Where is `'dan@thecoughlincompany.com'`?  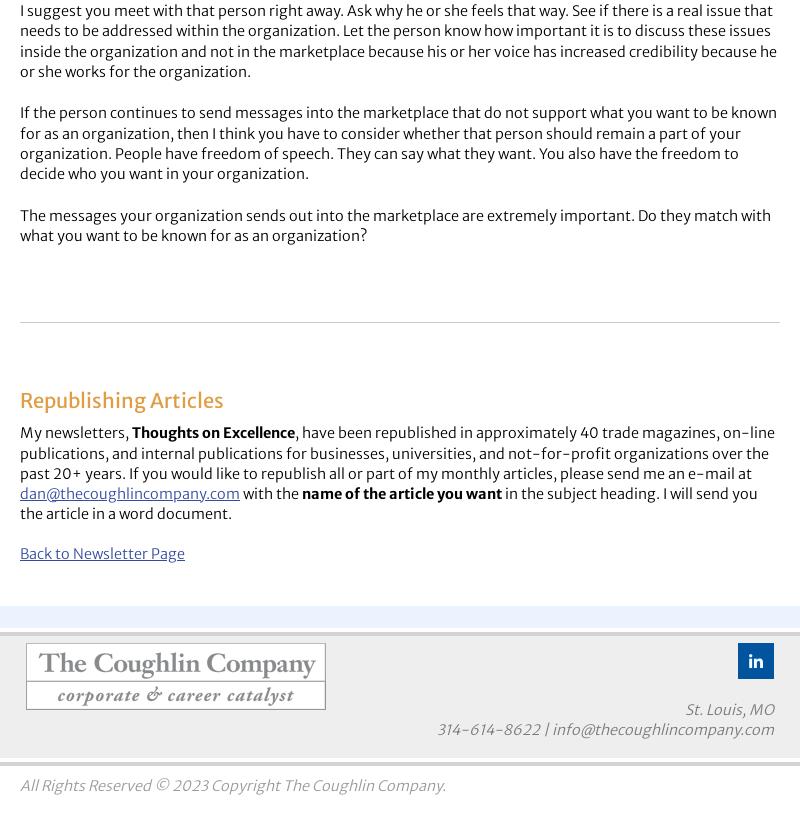
'dan@thecoughlincompany.com' is located at coordinates (129, 493).